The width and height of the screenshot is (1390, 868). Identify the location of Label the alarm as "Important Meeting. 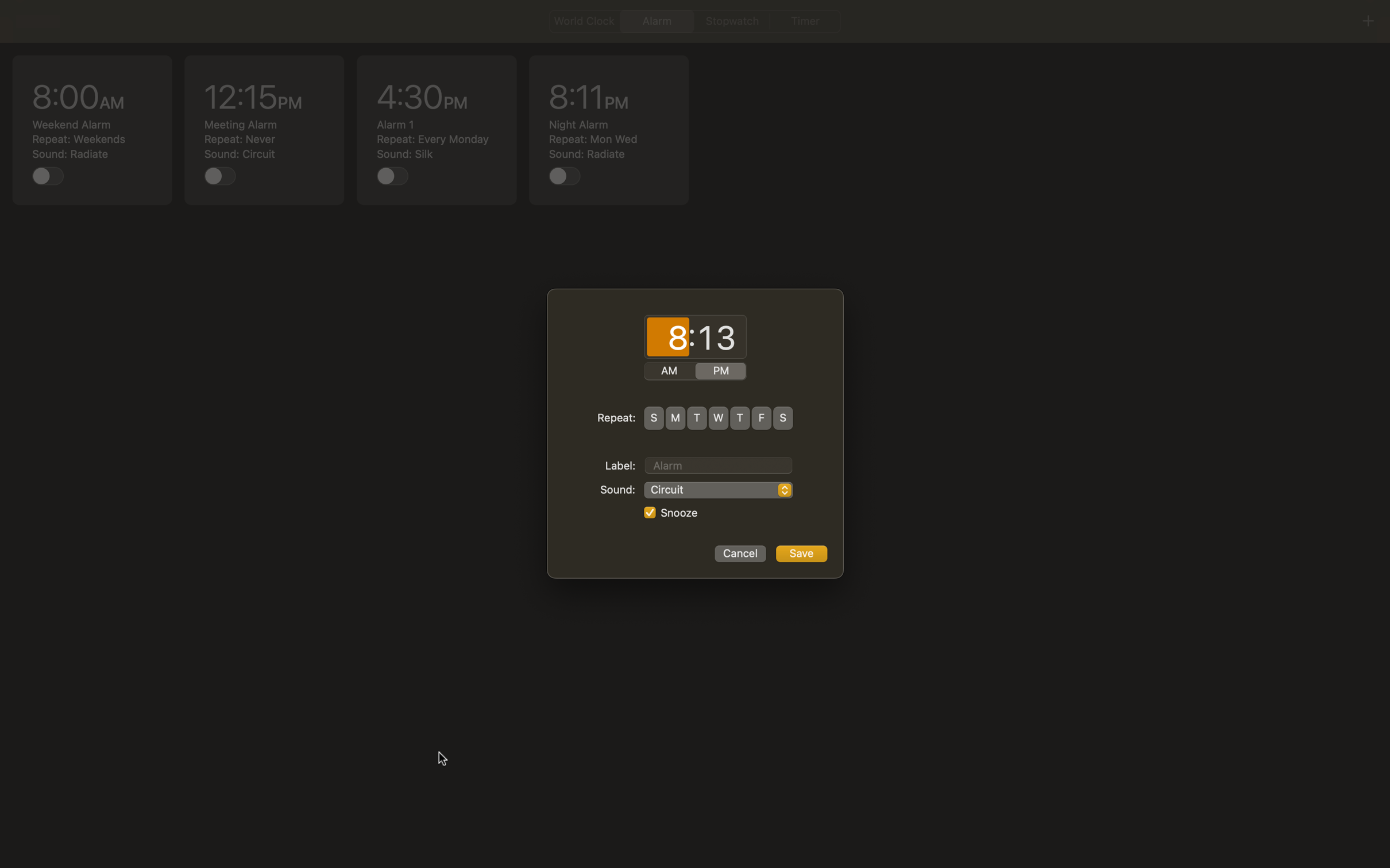
(718, 463).